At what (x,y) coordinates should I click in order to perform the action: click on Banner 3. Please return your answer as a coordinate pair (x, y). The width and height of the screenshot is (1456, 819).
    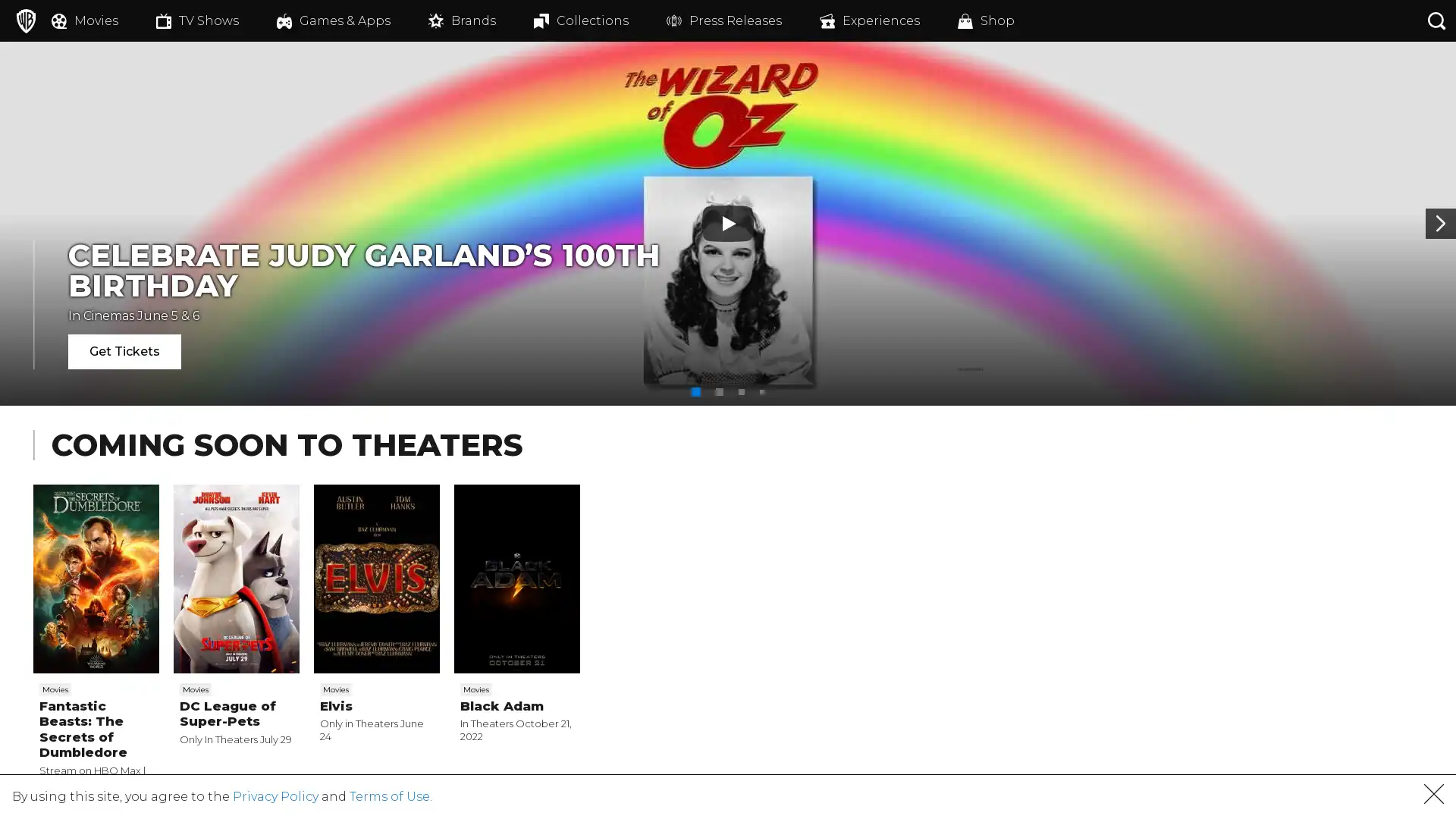
    Looking at the image, I should click on (742, 391).